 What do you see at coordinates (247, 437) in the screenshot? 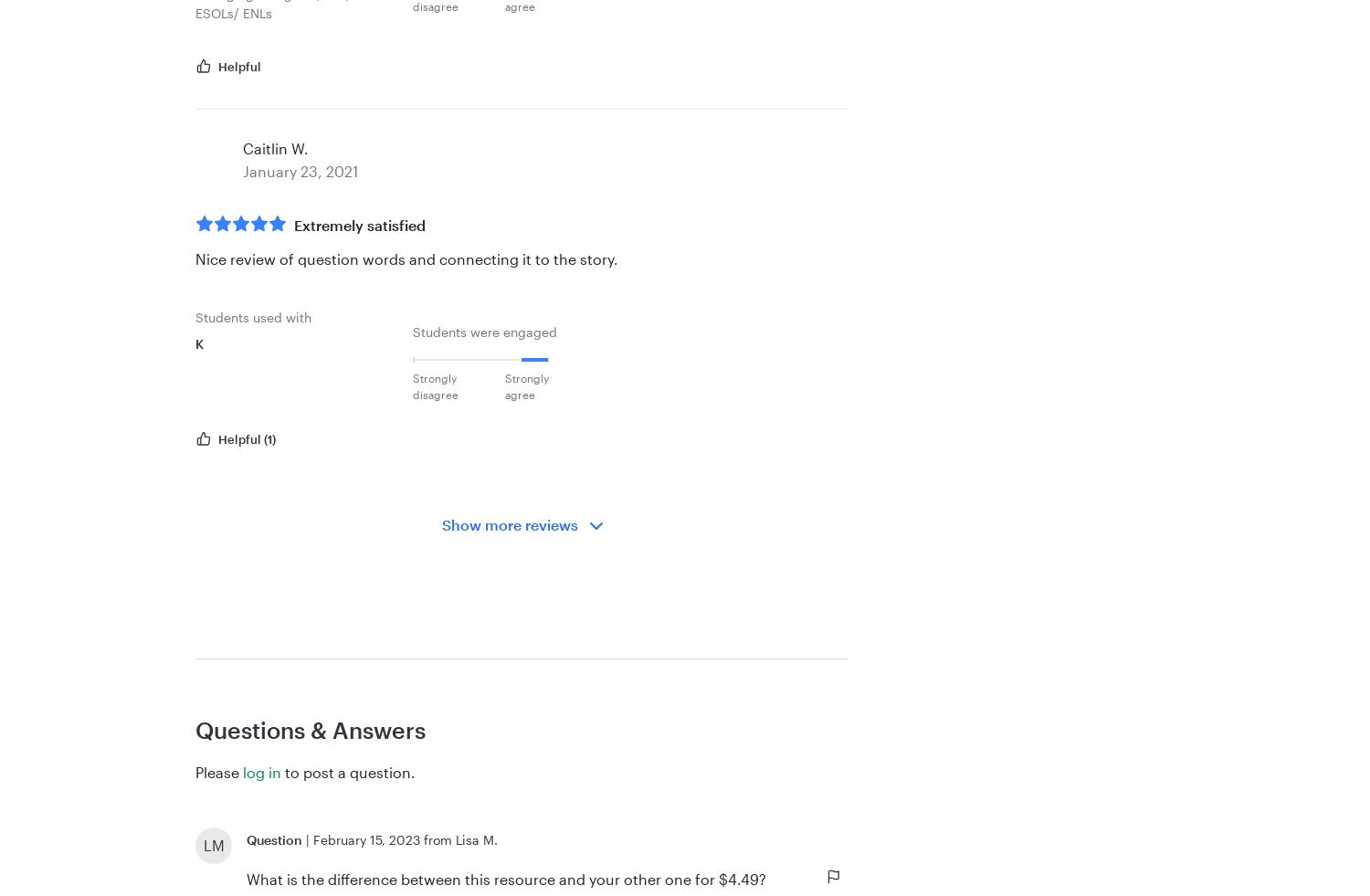
I see `'Helpful (1)'` at bounding box center [247, 437].